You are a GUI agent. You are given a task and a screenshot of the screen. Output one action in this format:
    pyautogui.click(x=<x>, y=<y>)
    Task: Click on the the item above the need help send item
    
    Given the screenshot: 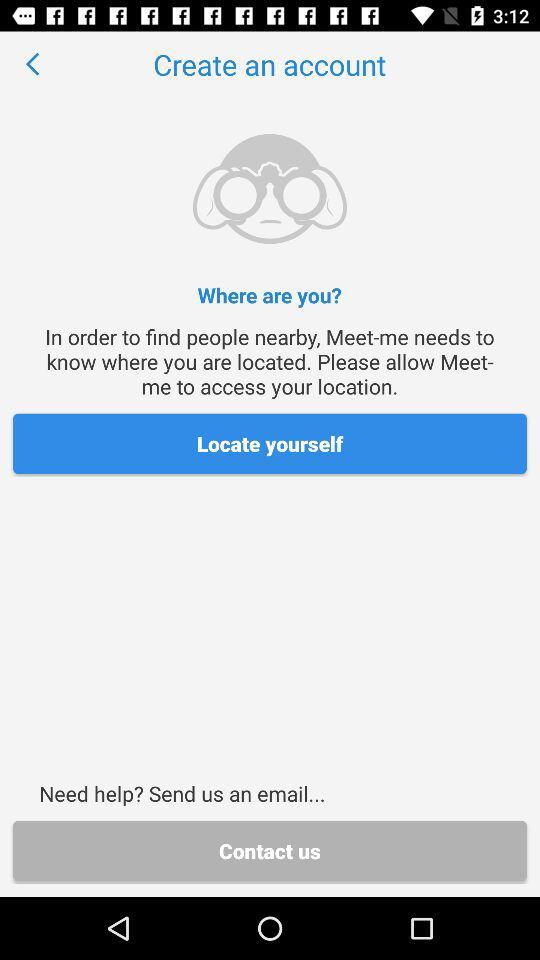 What is the action you would take?
    pyautogui.click(x=270, y=443)
    